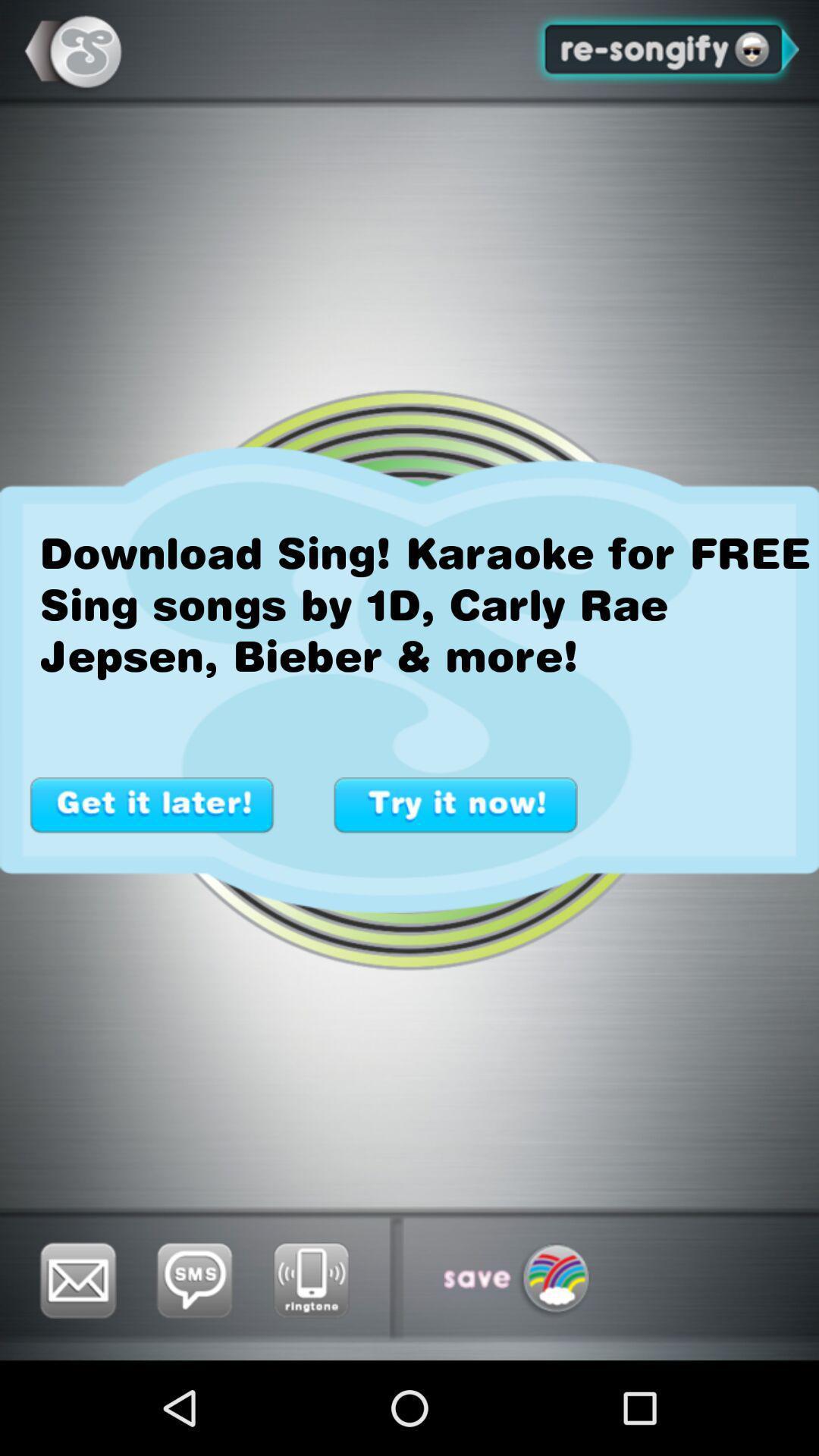 This screenshot has height=1456, width=819. I want to click on switch to get it later button, so click(152, 804).